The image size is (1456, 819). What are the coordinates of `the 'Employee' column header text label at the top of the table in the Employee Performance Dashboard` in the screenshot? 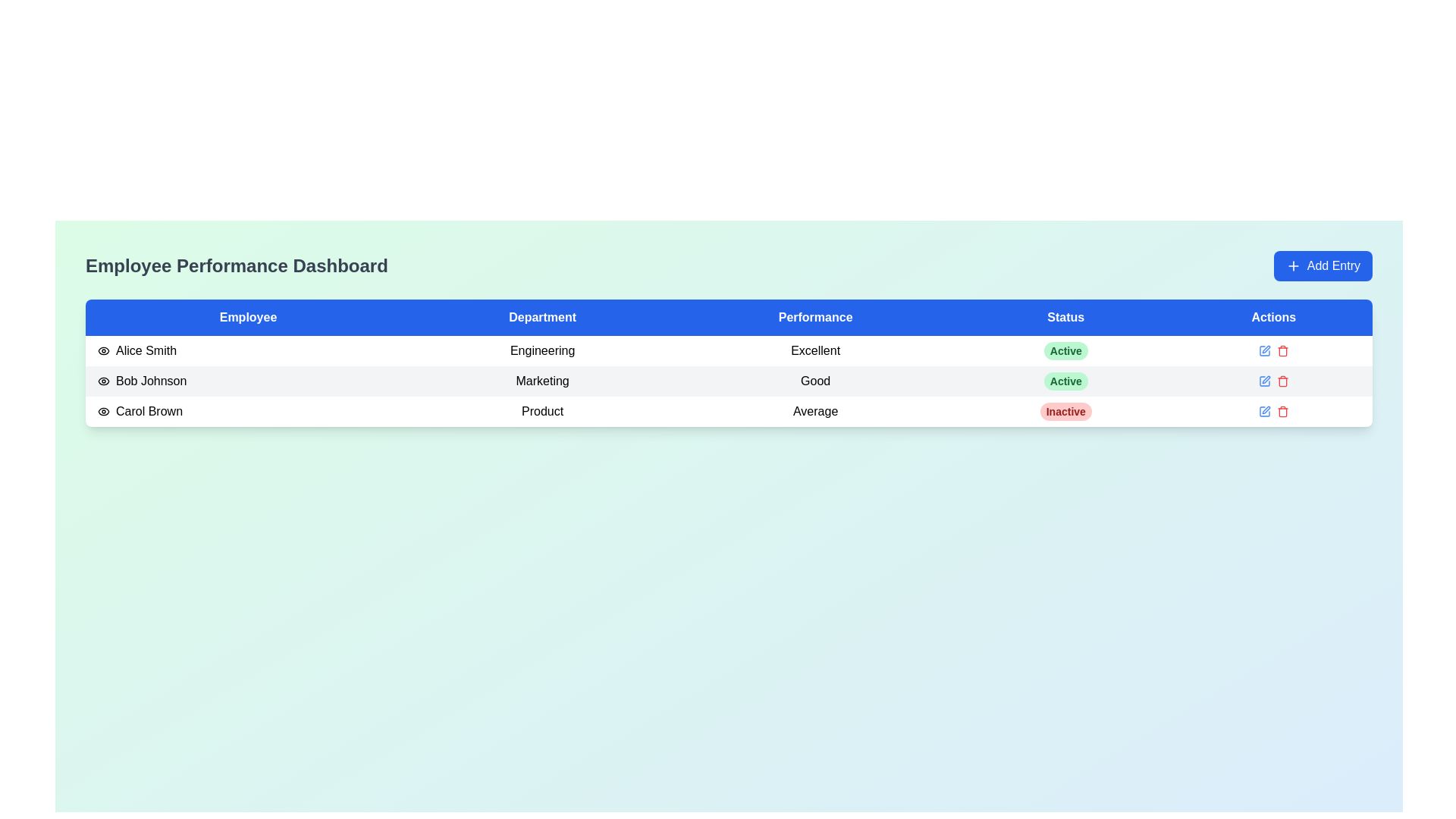 It's located at (248, 317).